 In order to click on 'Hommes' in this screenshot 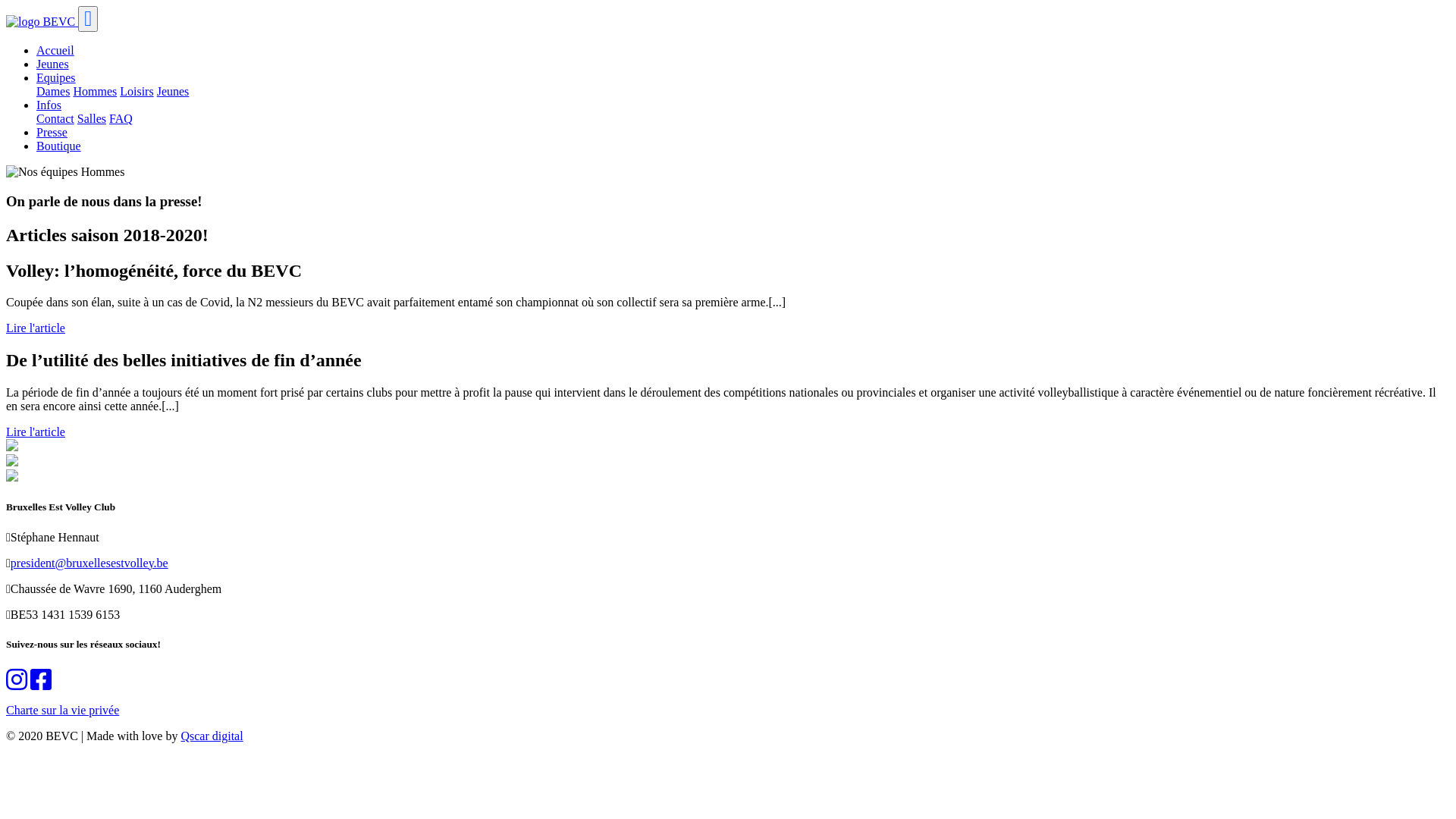, I will do `click(93, 91)`.